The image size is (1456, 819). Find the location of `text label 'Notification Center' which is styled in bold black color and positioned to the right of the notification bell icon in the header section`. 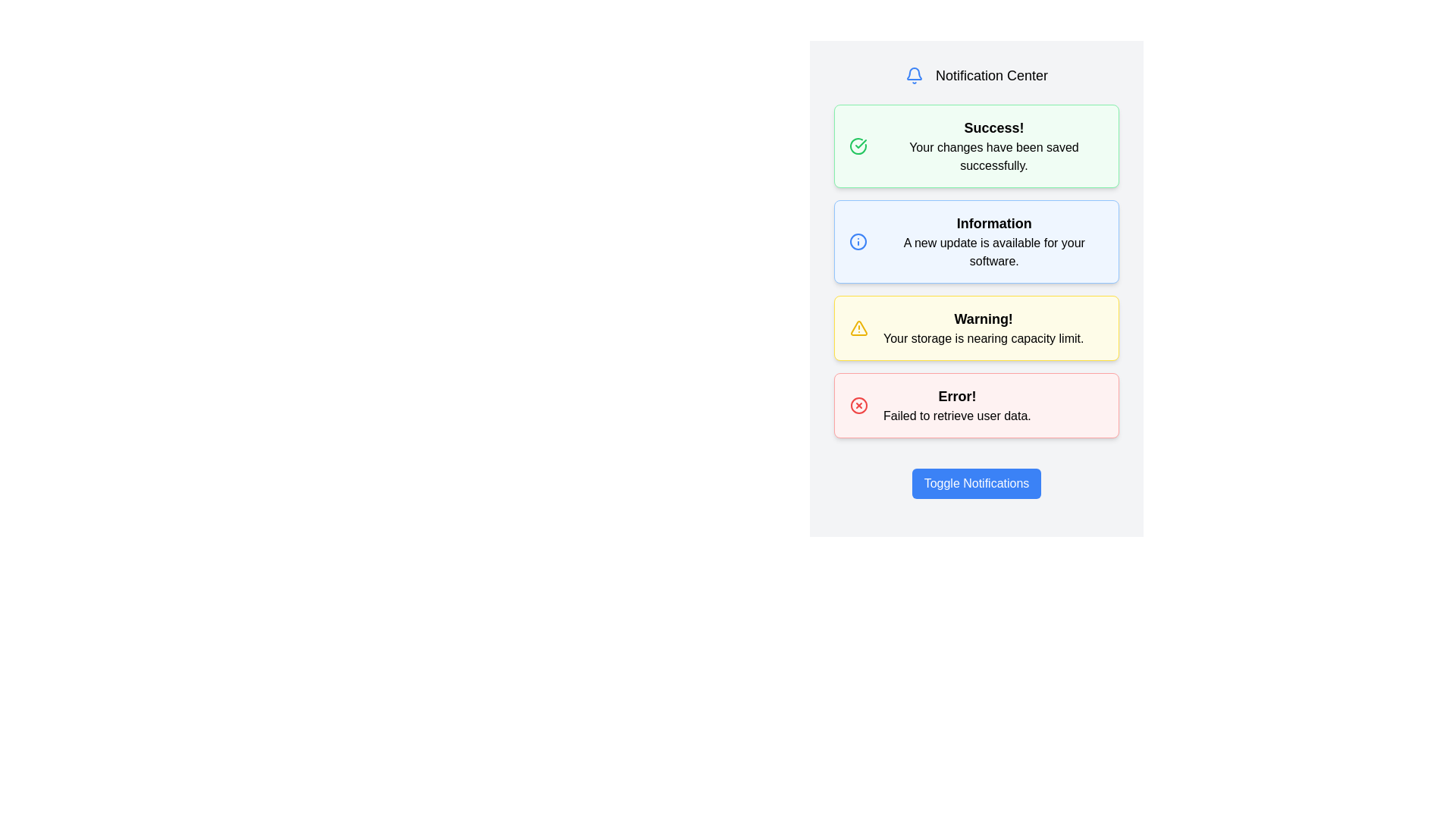

text label 'Notification Center' which is styled in bold black color and positioned to the right of the notification bell icon in the header section is located at coordinates (991, 76).